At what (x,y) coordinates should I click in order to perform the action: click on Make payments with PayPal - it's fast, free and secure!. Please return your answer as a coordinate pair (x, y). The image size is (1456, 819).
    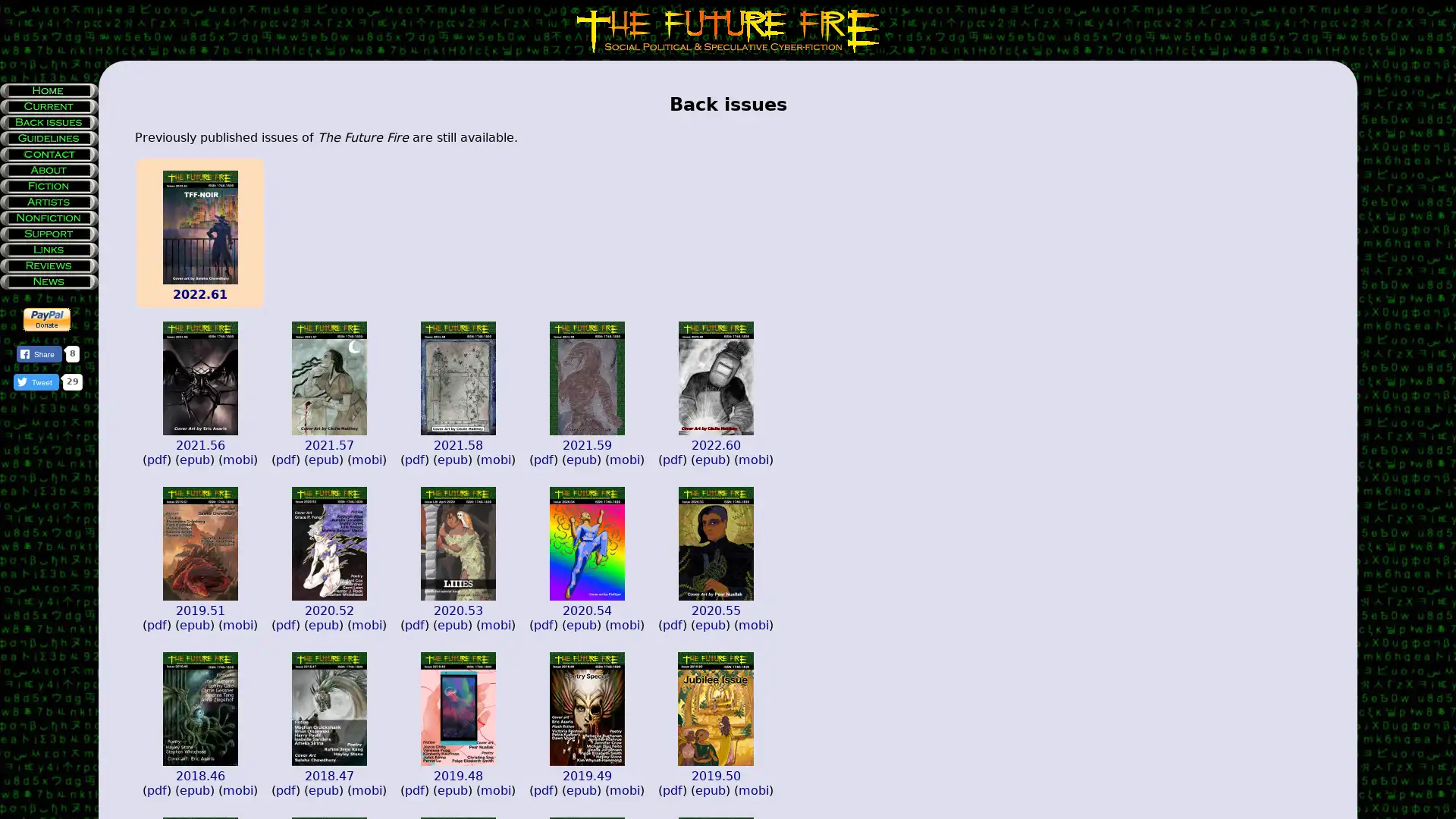
    Looking at the image, I should click on (47, 318).